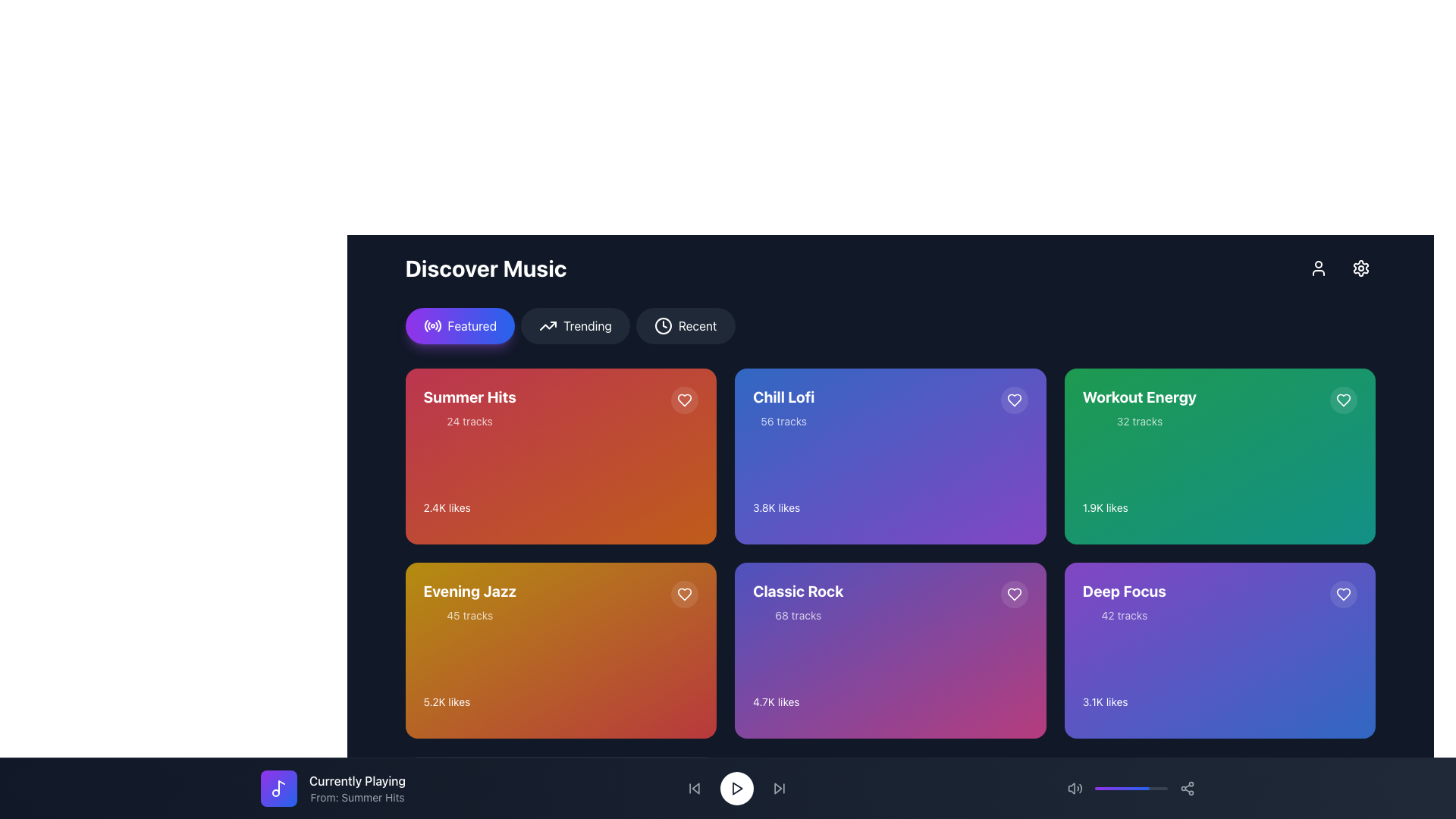 This screenshot has width=1456, height=819. Describe the element at coordinates (890, 601) in the screenshot. I see `the 'Classic Rock' title and '68 tracks' subtitle element, which is located in the third card of the second row in the 'Discover Music' section of the interface` at that location.